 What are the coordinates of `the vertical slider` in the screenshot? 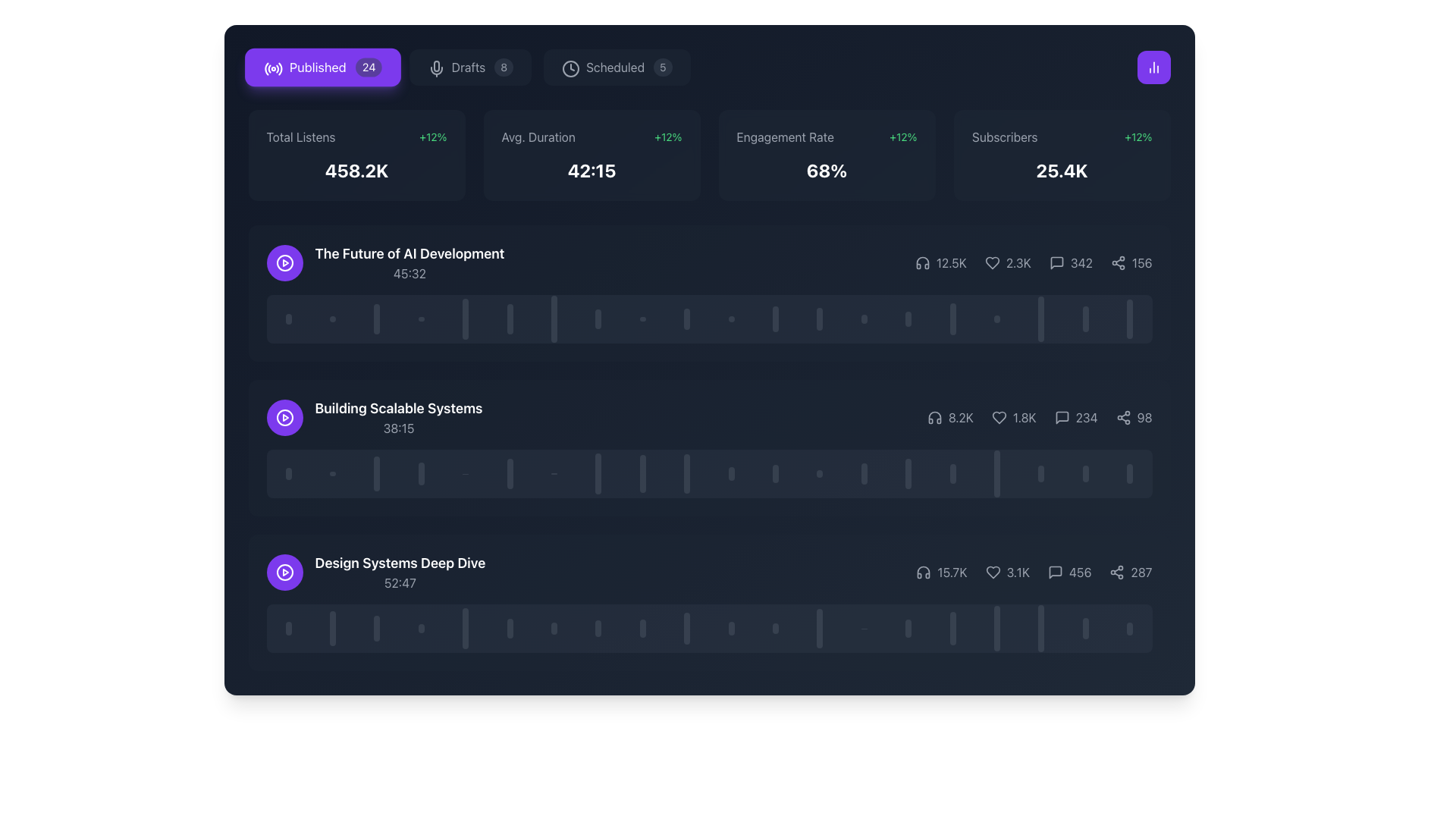 It's located at (952, 626).